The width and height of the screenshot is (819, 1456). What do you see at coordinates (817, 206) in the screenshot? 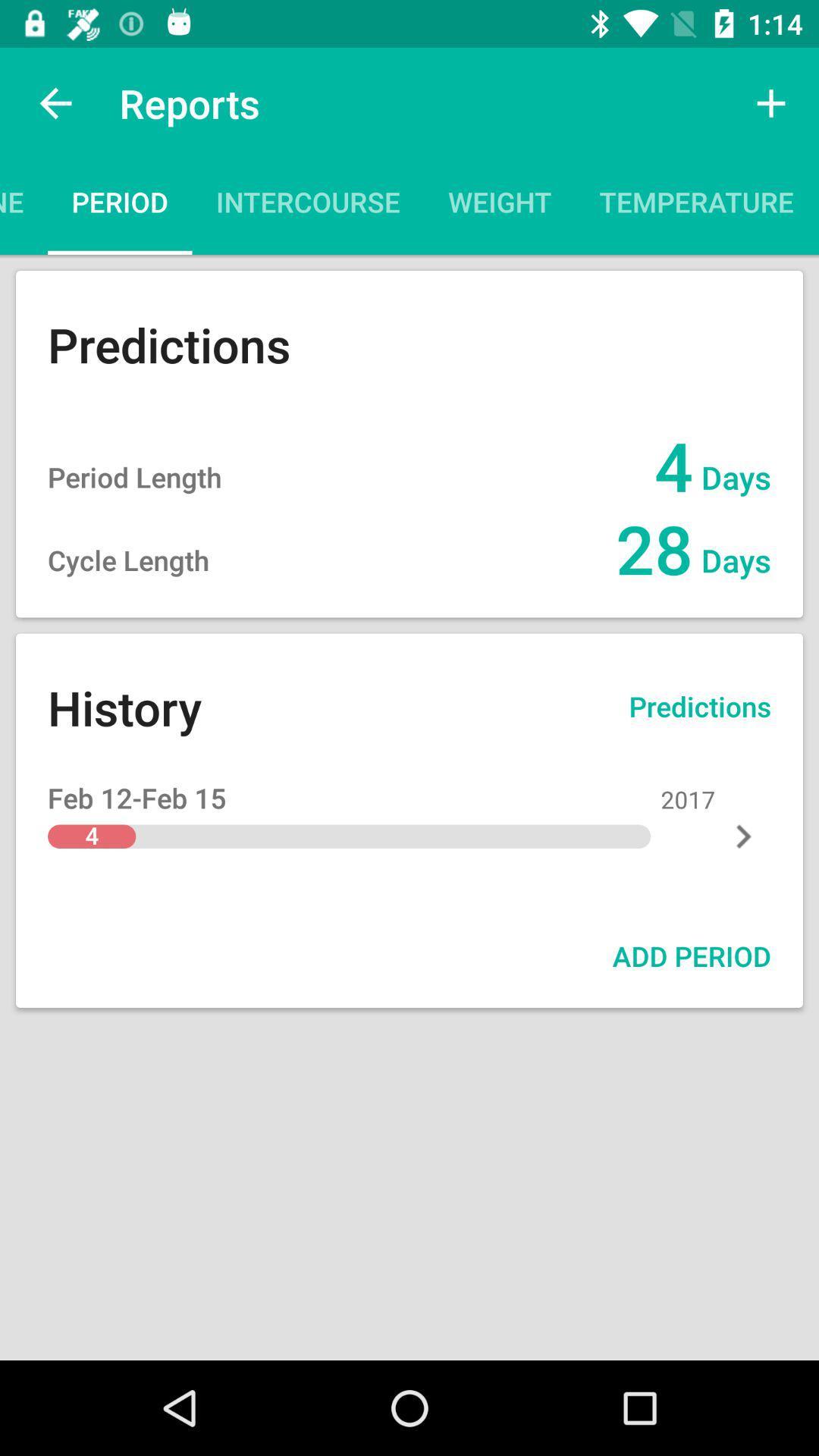
I see `the icon next to temperature icon` at bounding box center [817, 206].